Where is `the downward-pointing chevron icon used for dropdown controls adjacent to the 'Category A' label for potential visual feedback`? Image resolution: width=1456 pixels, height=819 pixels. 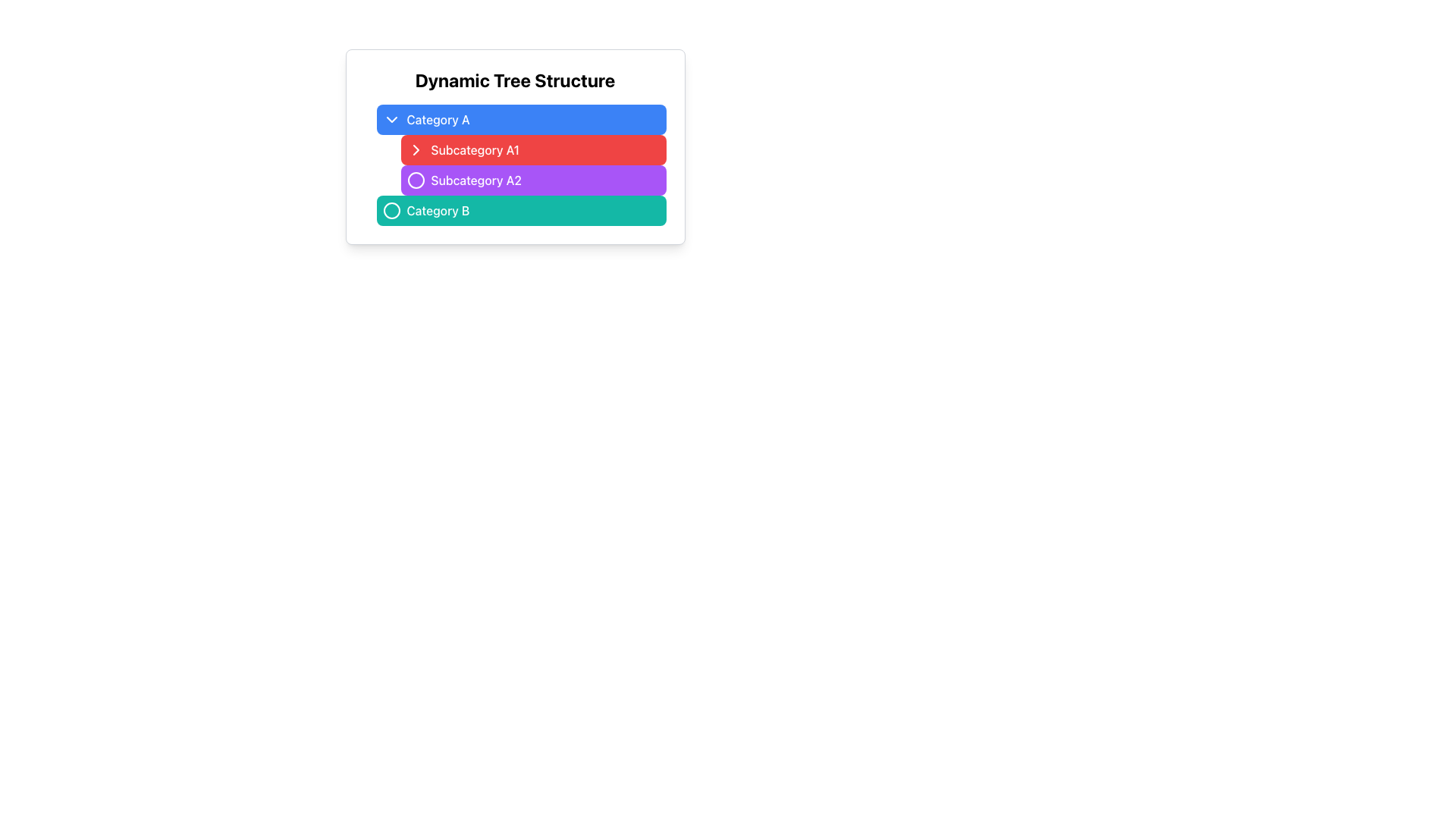
the downward-pointing chevron icon used for dropdown controls adjacent to the 'Category A' label for potential visual feedback is located at coordinates (391, 119).